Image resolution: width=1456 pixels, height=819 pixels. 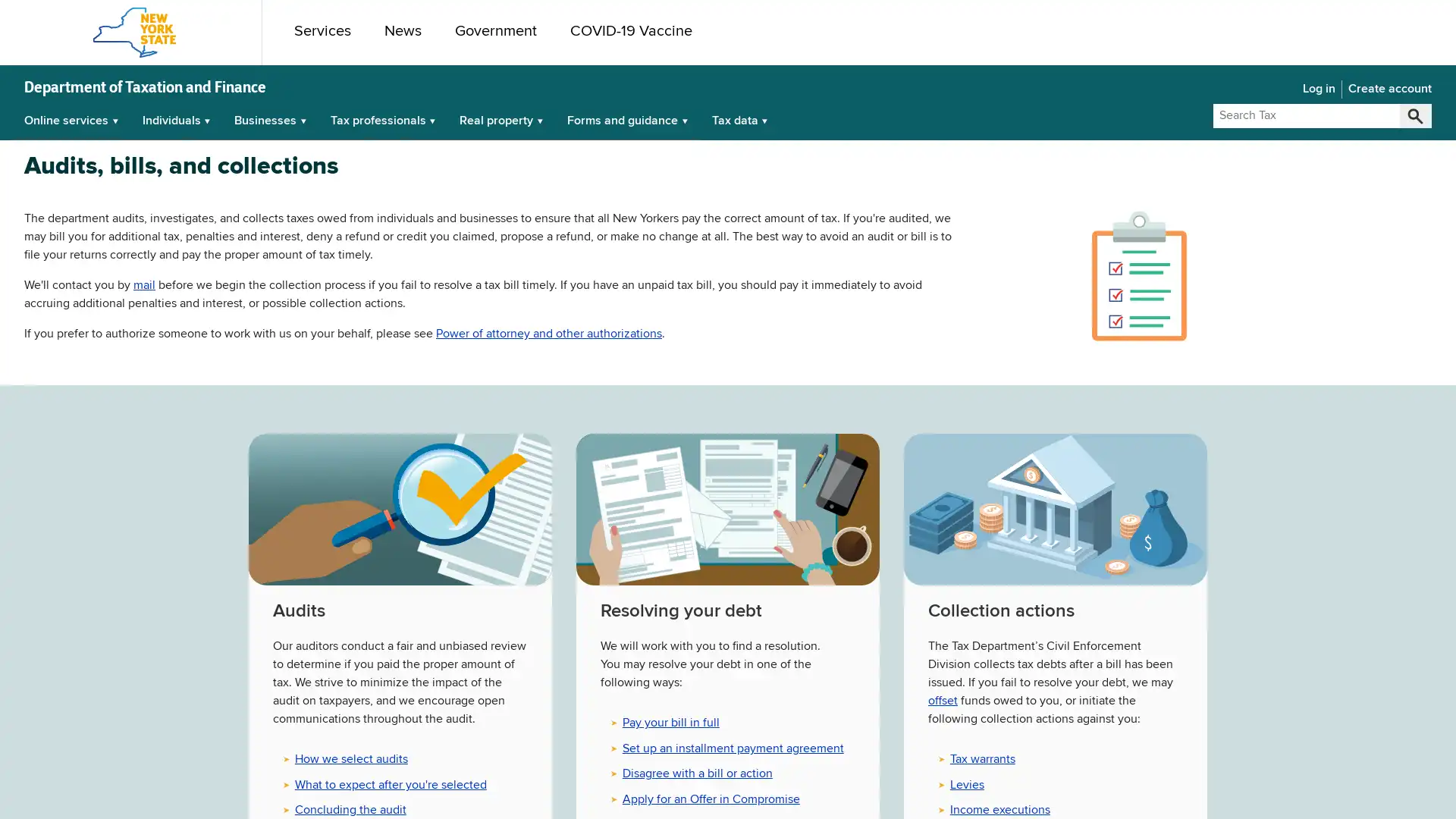 What do you see at coordinates (1414, 115) in the screenshot?
I see `Search Tax` at bounding box center [1414, 115].